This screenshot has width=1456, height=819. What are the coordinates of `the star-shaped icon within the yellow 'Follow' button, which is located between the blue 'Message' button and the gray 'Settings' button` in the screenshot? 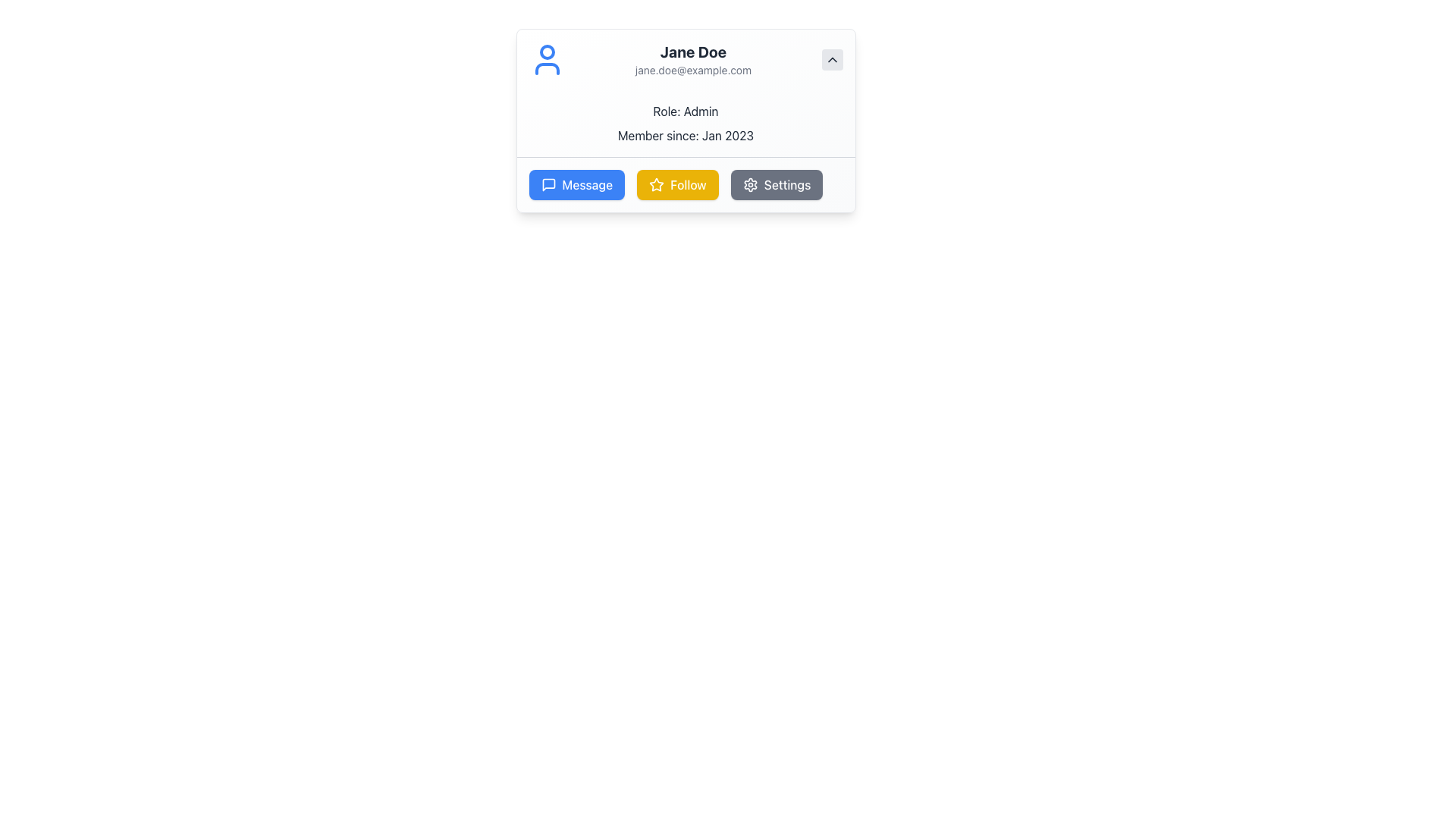 It's located at (657, 184).